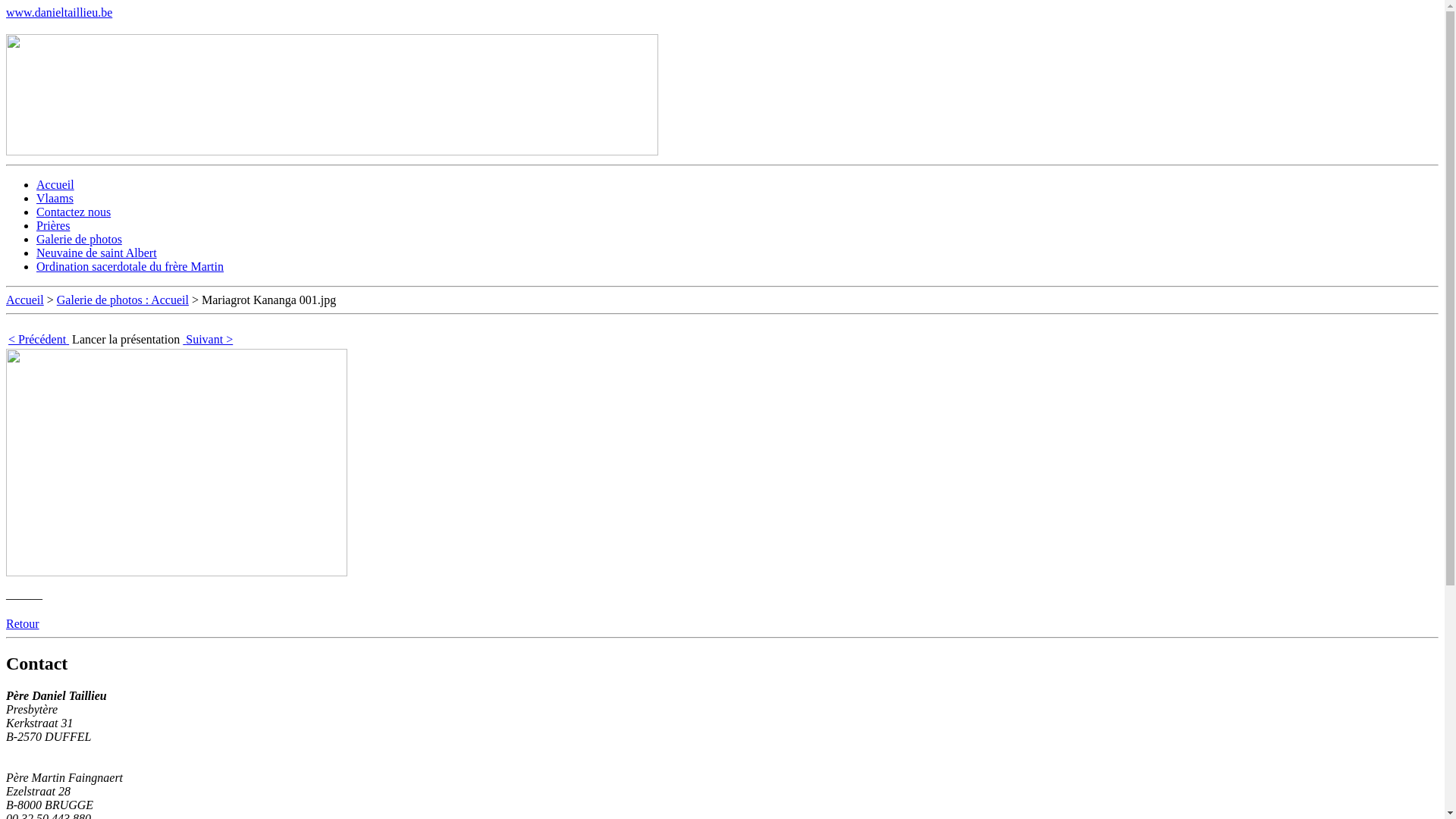  Describe the element at coordinates (22, 623) in the screenshot. I see `'Retour'` at that location.